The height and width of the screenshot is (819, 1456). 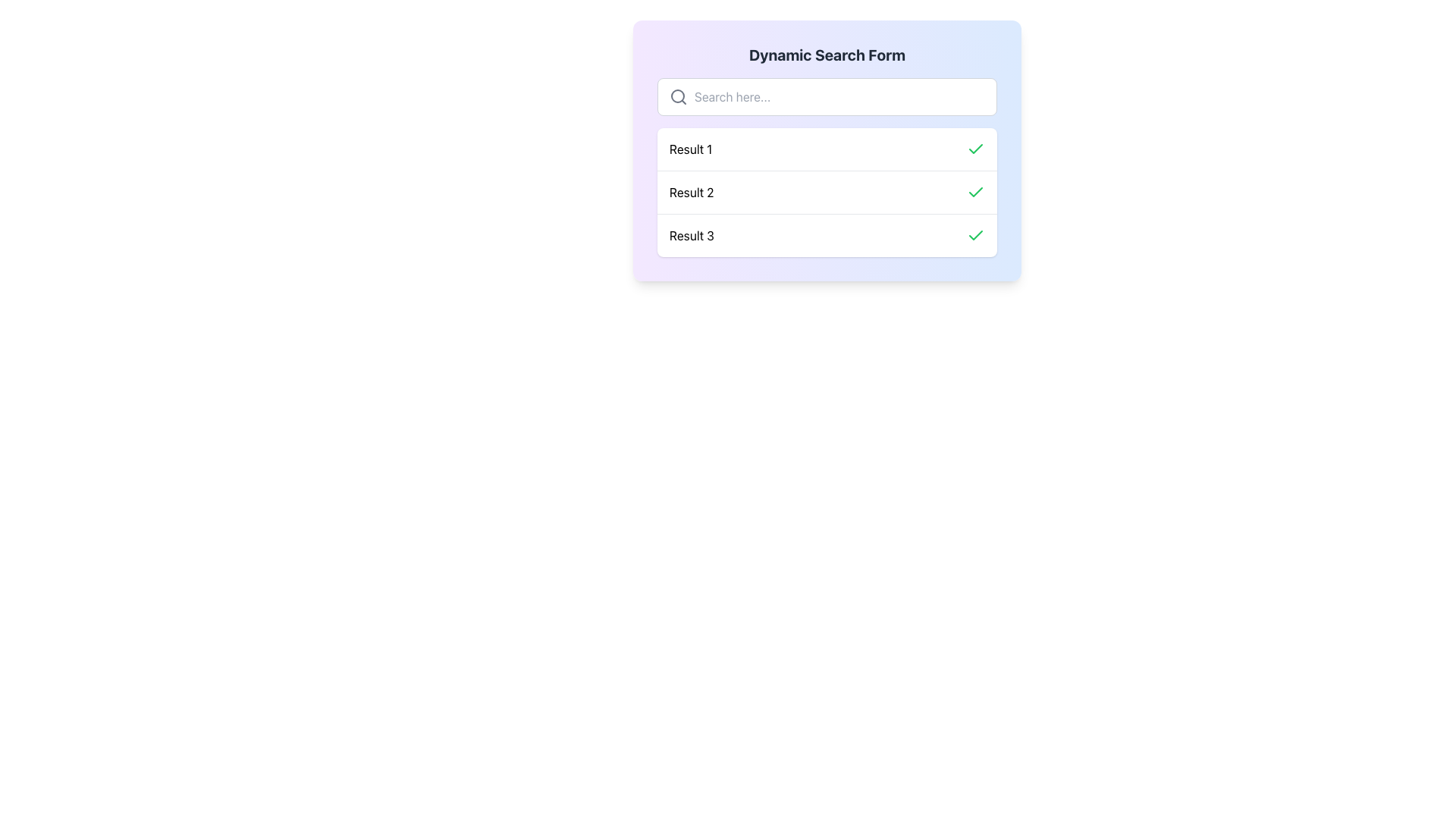 I want to click on the green checkmark icon located at the far right of the row labeled 'Result 1' to confirm selection, so click(x=975, y=149).